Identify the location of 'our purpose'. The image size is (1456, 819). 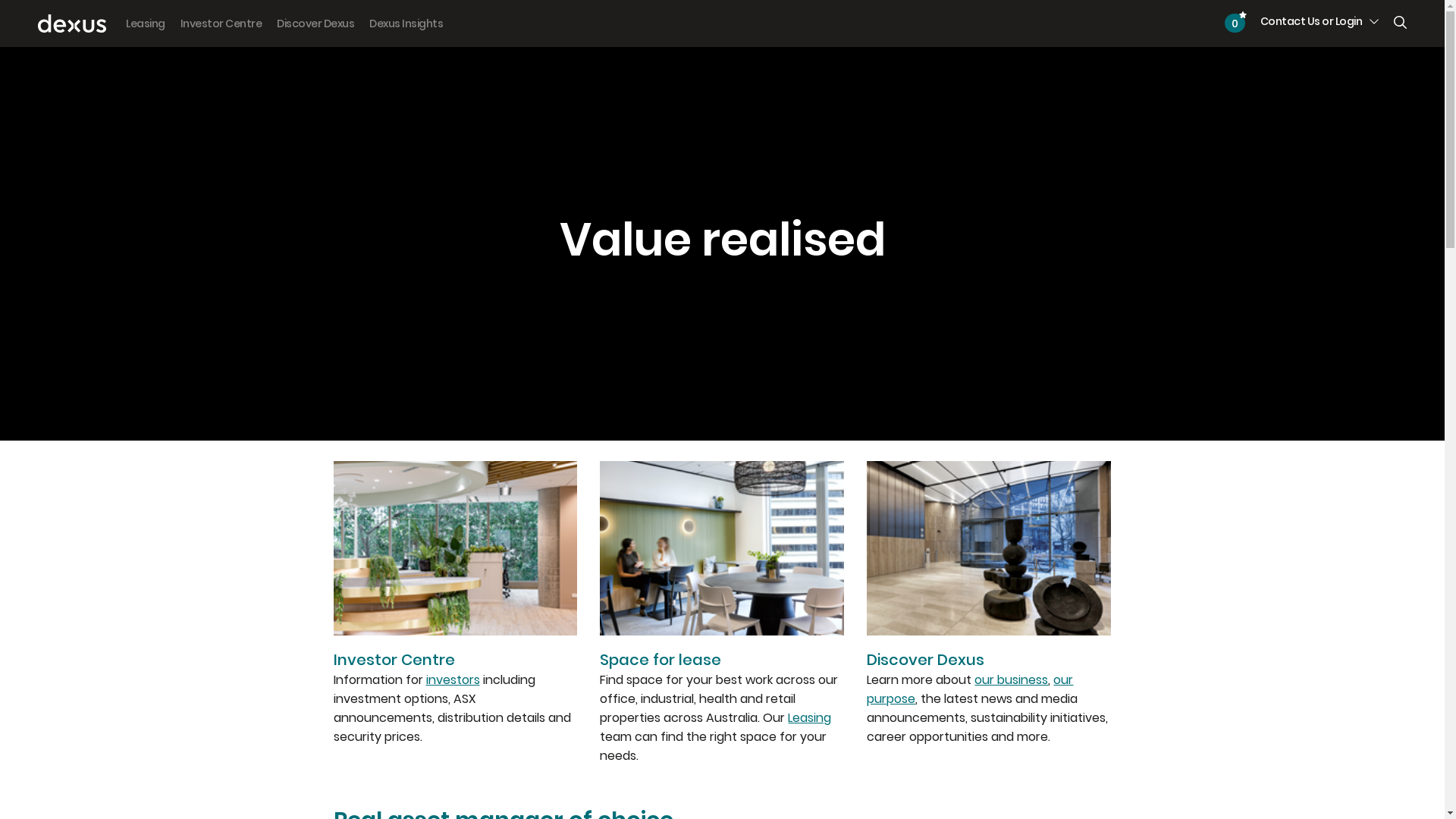
(968, 689).